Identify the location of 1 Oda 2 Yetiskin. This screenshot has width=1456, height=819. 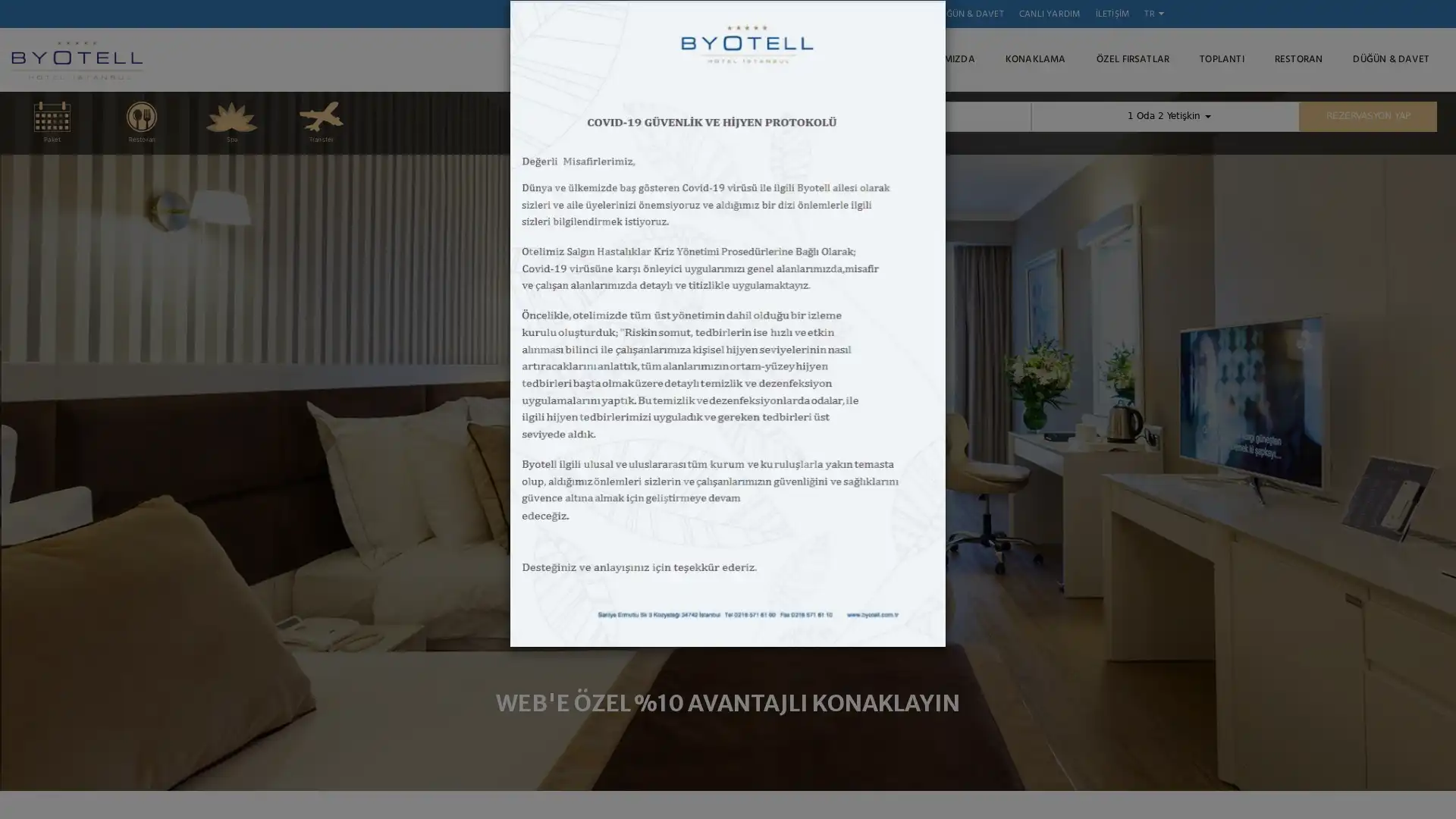
(1167, 116).